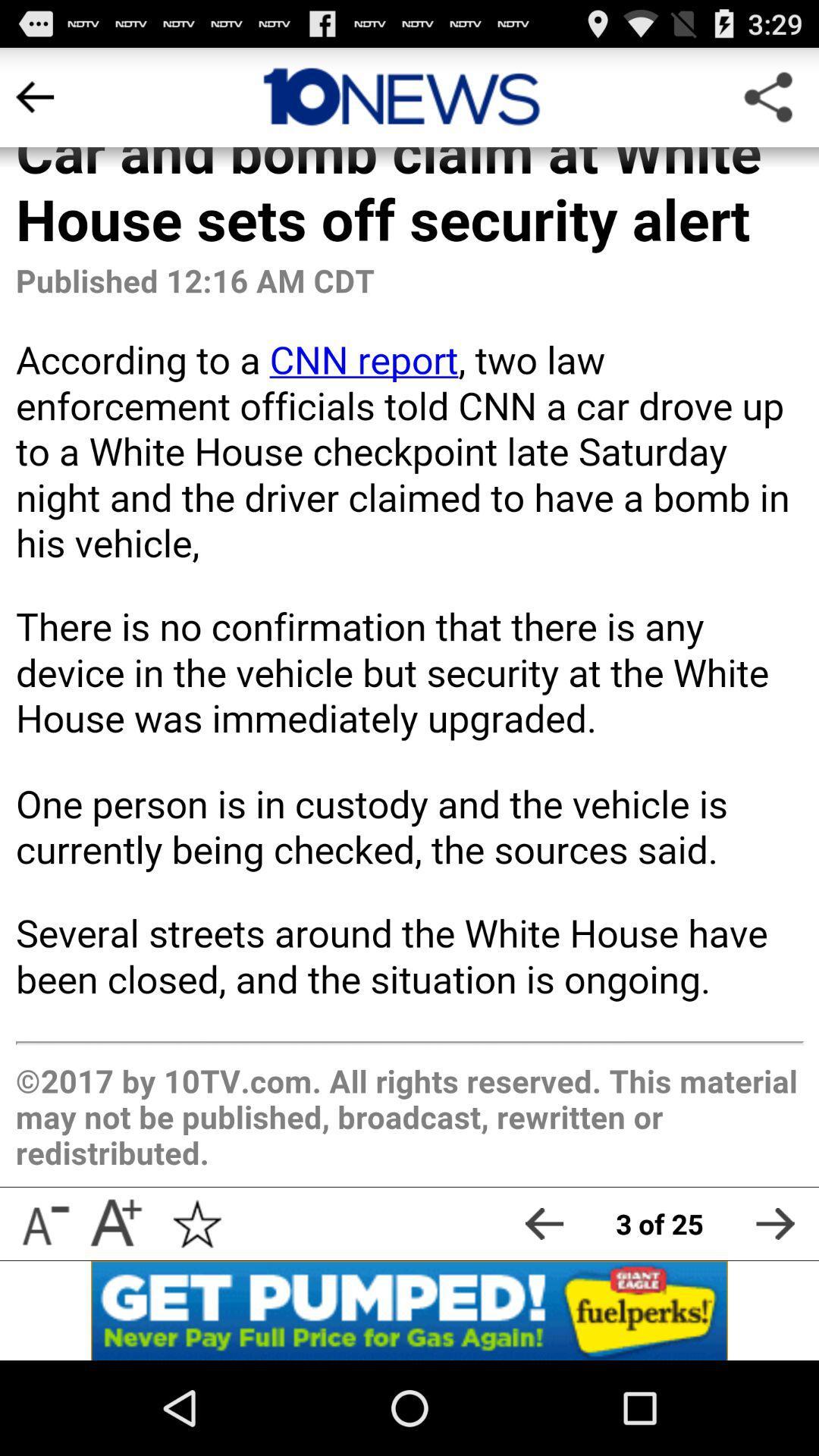  Describe the element at coordinates (196, 1223) in the screenshot. I see `click star icon` at that location.